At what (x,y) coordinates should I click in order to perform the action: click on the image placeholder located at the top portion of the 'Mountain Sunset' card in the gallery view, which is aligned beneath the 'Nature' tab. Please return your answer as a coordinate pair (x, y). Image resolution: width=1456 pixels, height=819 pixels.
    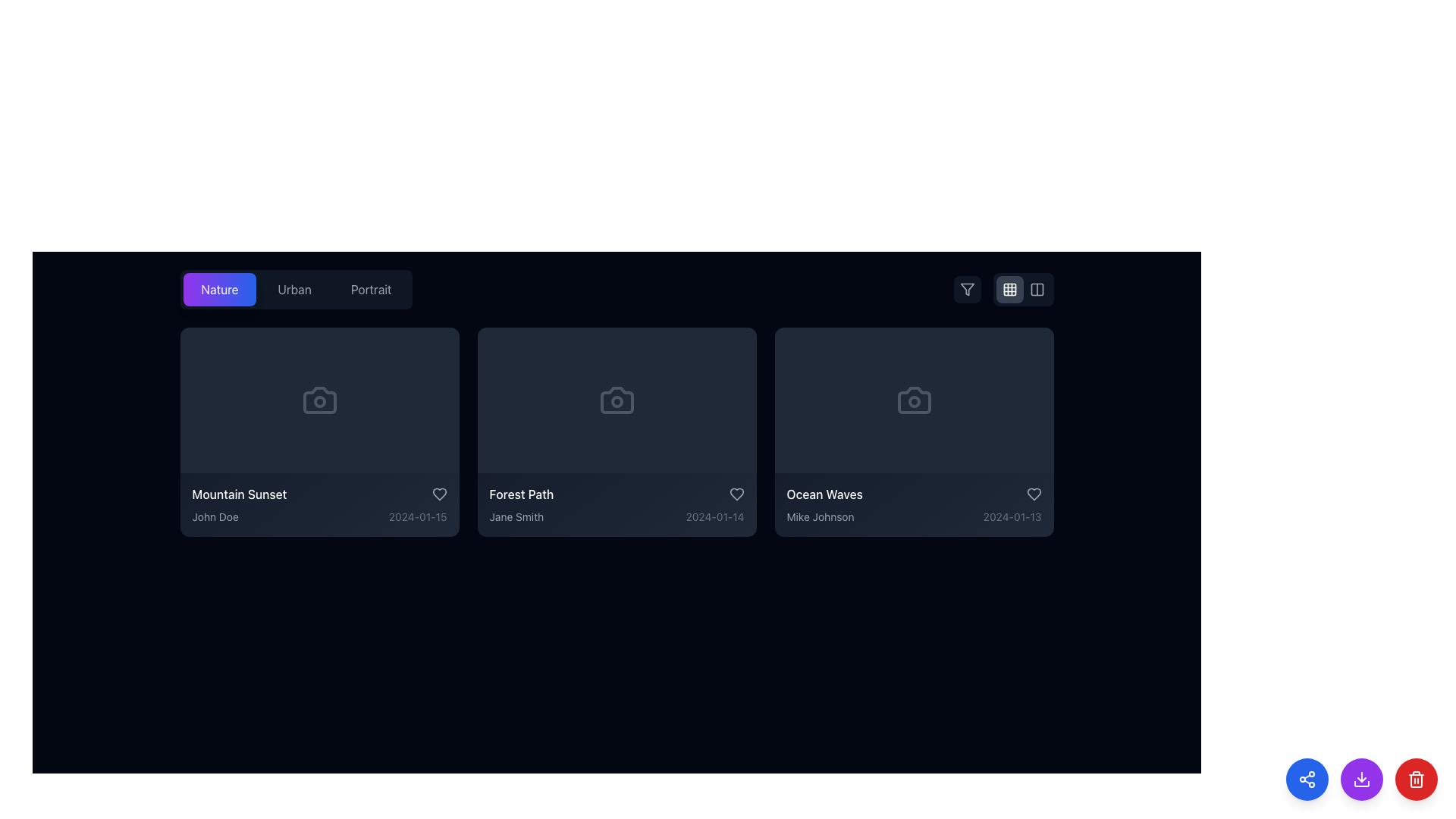
    Looking at the image, I should click on (318, 400).